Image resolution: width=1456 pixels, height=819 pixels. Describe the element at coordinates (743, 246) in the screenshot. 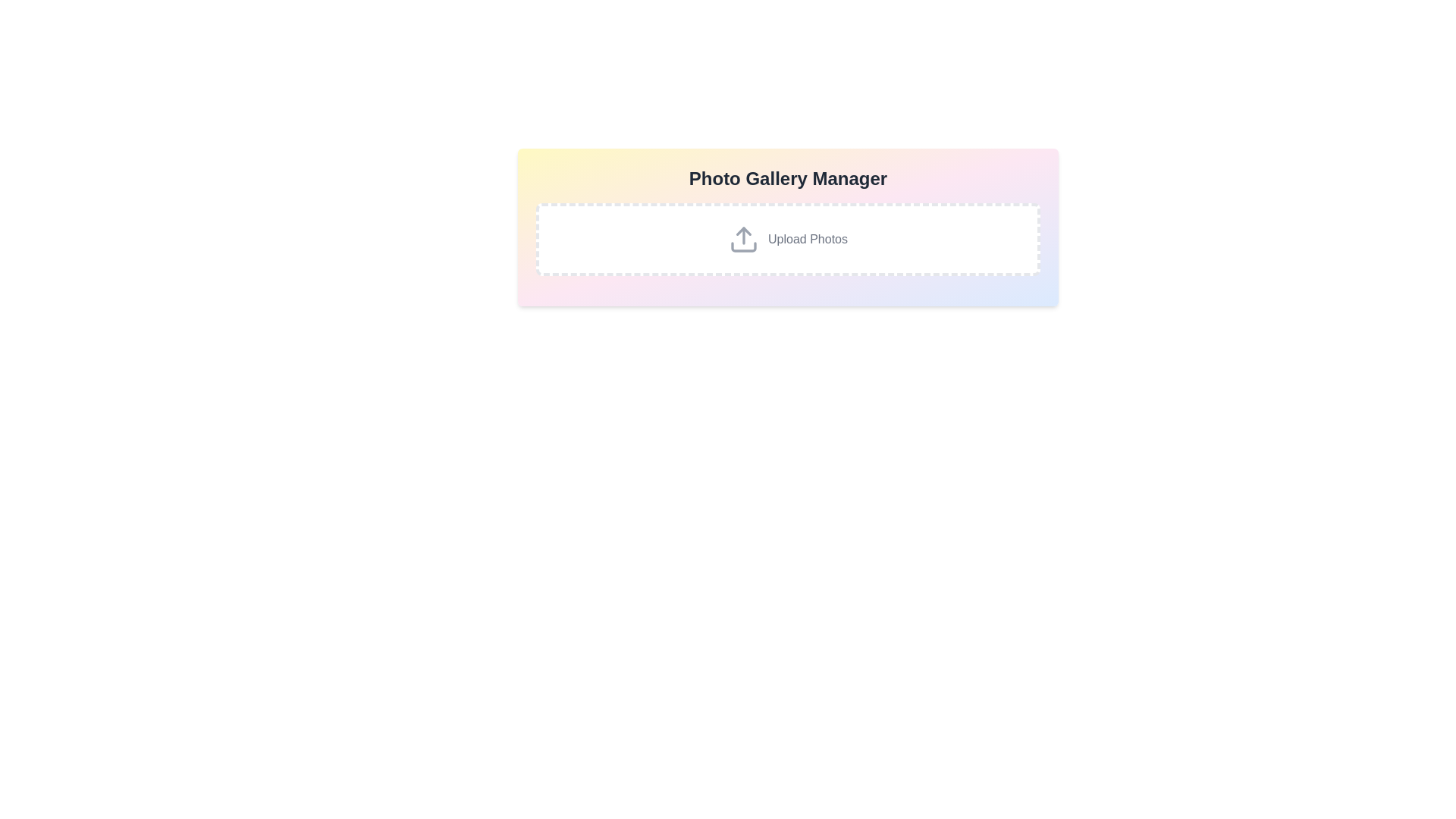

I see `the upload icon which is part of the SVG component representing the upload feature, located centrally in the interface` at that location.